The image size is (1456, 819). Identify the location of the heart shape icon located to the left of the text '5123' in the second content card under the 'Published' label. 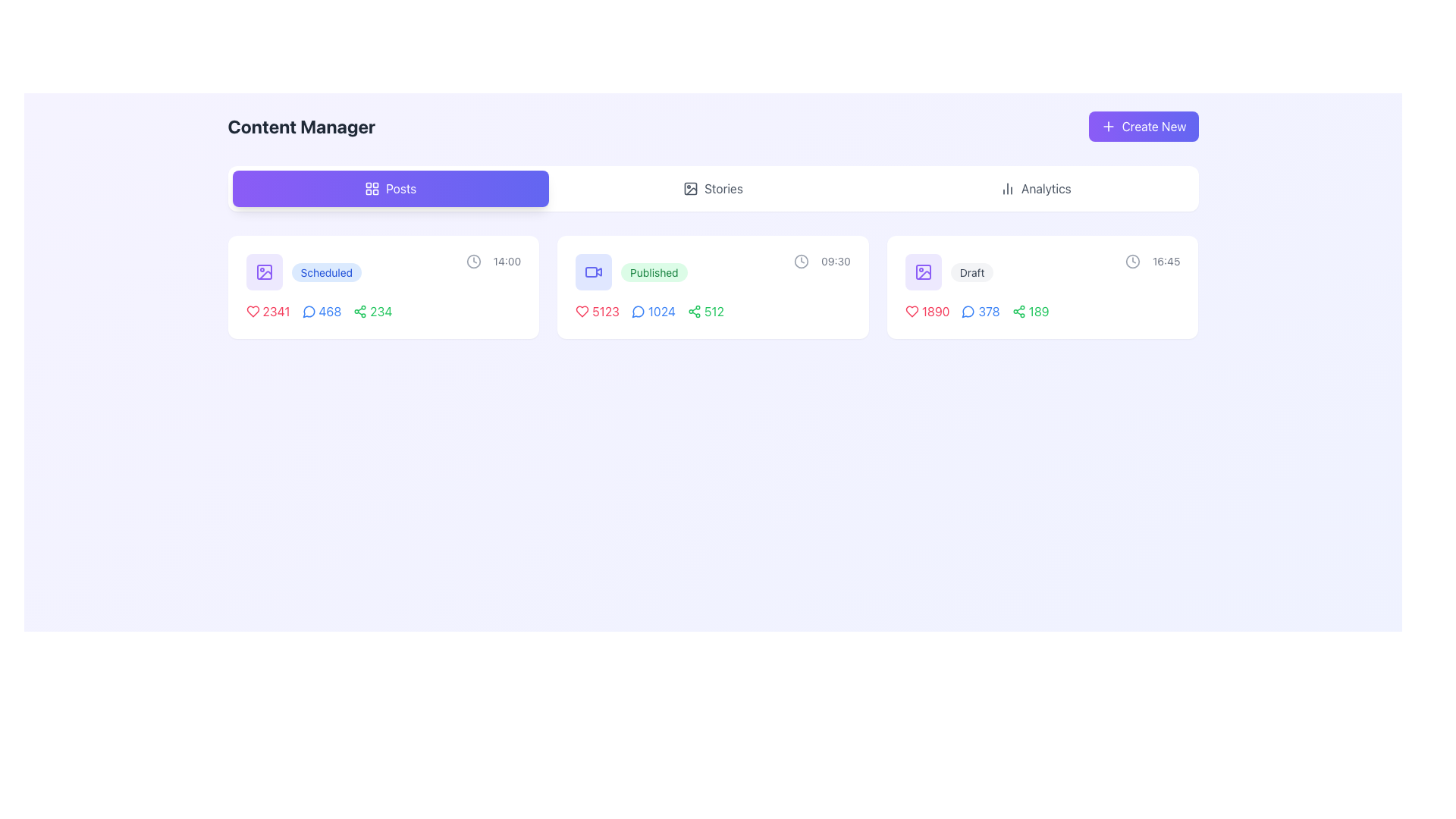
(582, 311).